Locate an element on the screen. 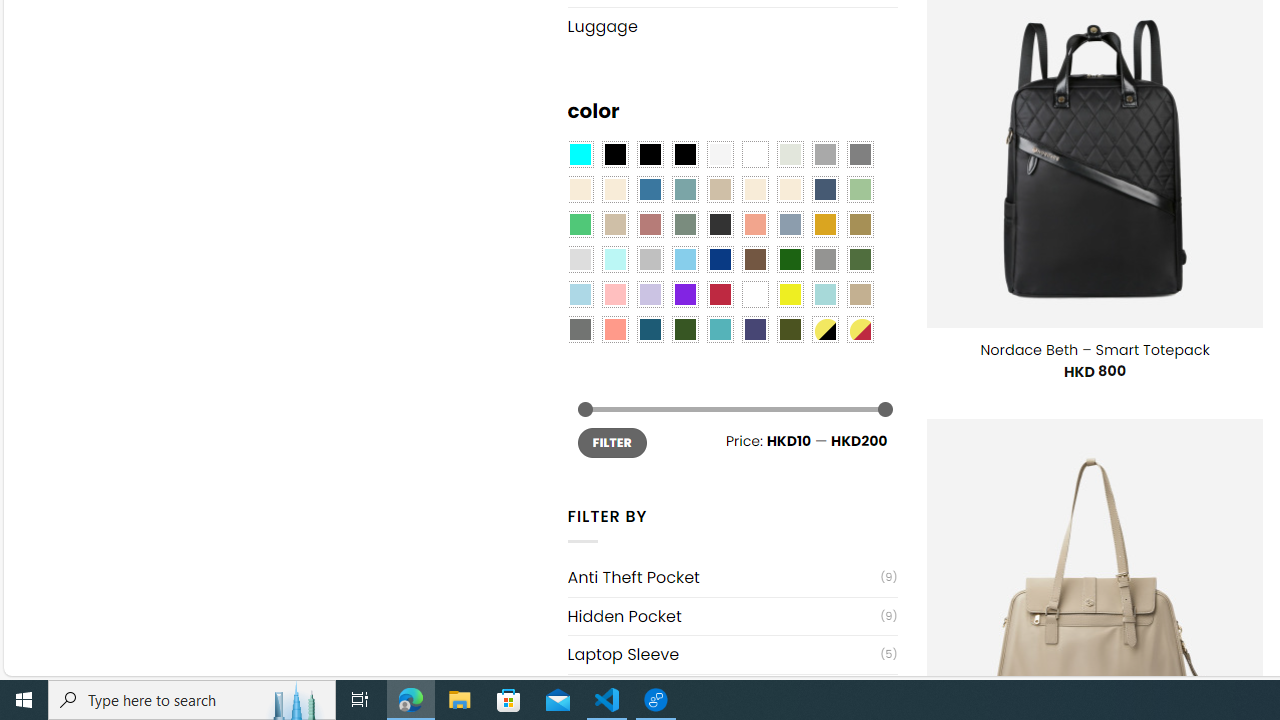 The image size is (1280, 720). 'Dusty Blue' is located at coordinates (788, 225).